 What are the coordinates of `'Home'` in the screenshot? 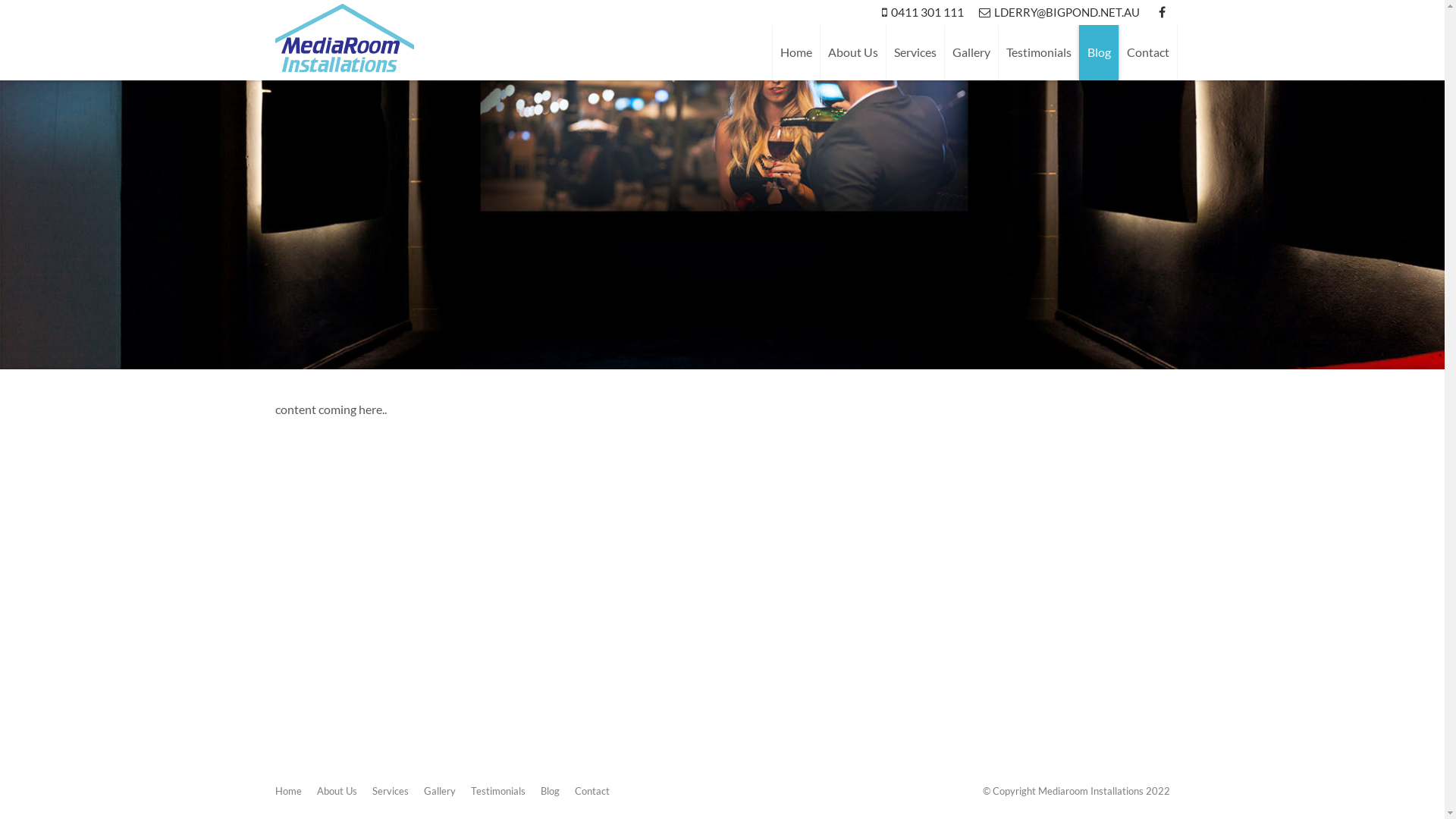 It's located at (287, 789).